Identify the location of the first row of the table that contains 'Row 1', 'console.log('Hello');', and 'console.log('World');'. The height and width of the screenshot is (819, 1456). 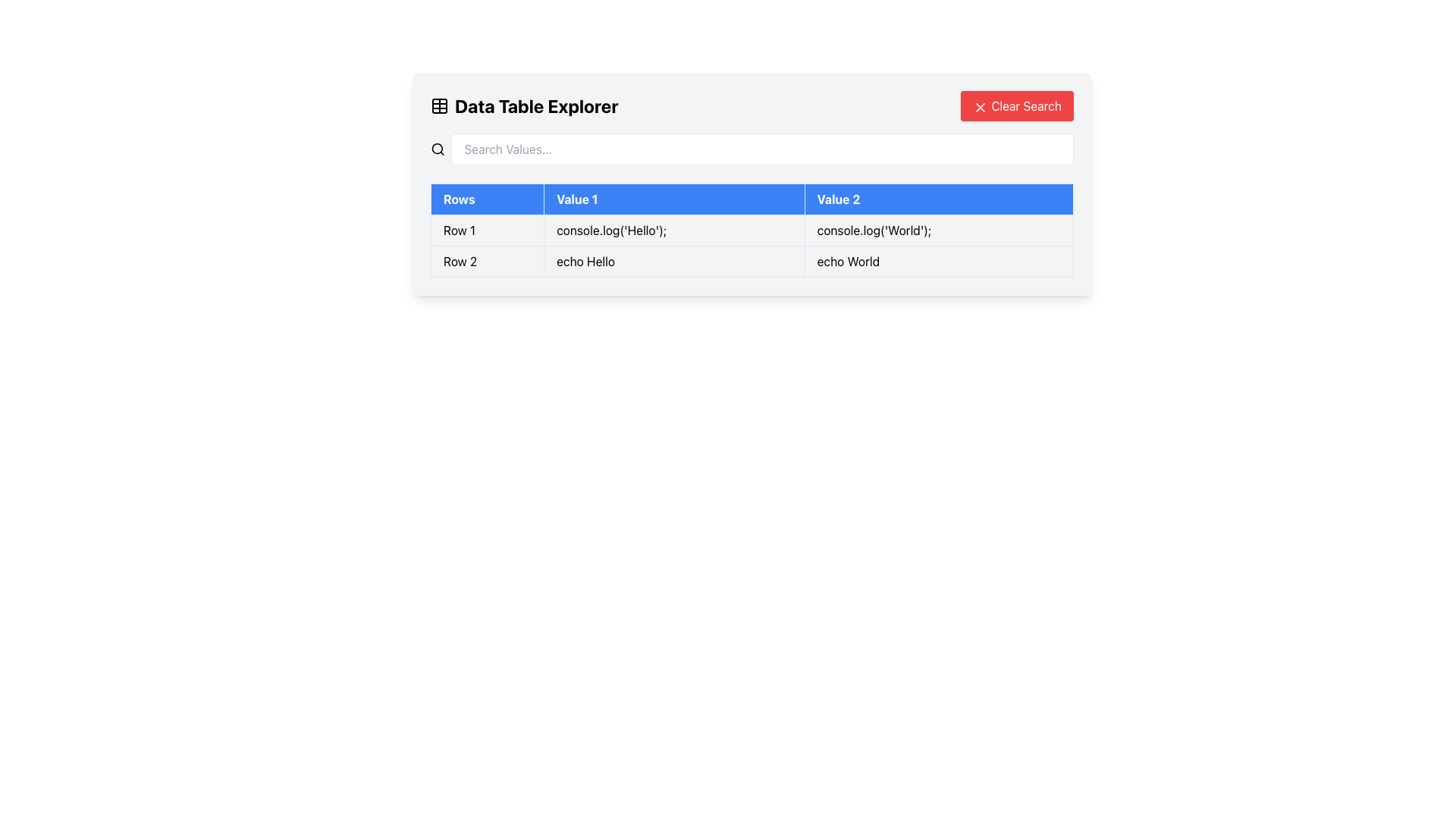
(752, 231).